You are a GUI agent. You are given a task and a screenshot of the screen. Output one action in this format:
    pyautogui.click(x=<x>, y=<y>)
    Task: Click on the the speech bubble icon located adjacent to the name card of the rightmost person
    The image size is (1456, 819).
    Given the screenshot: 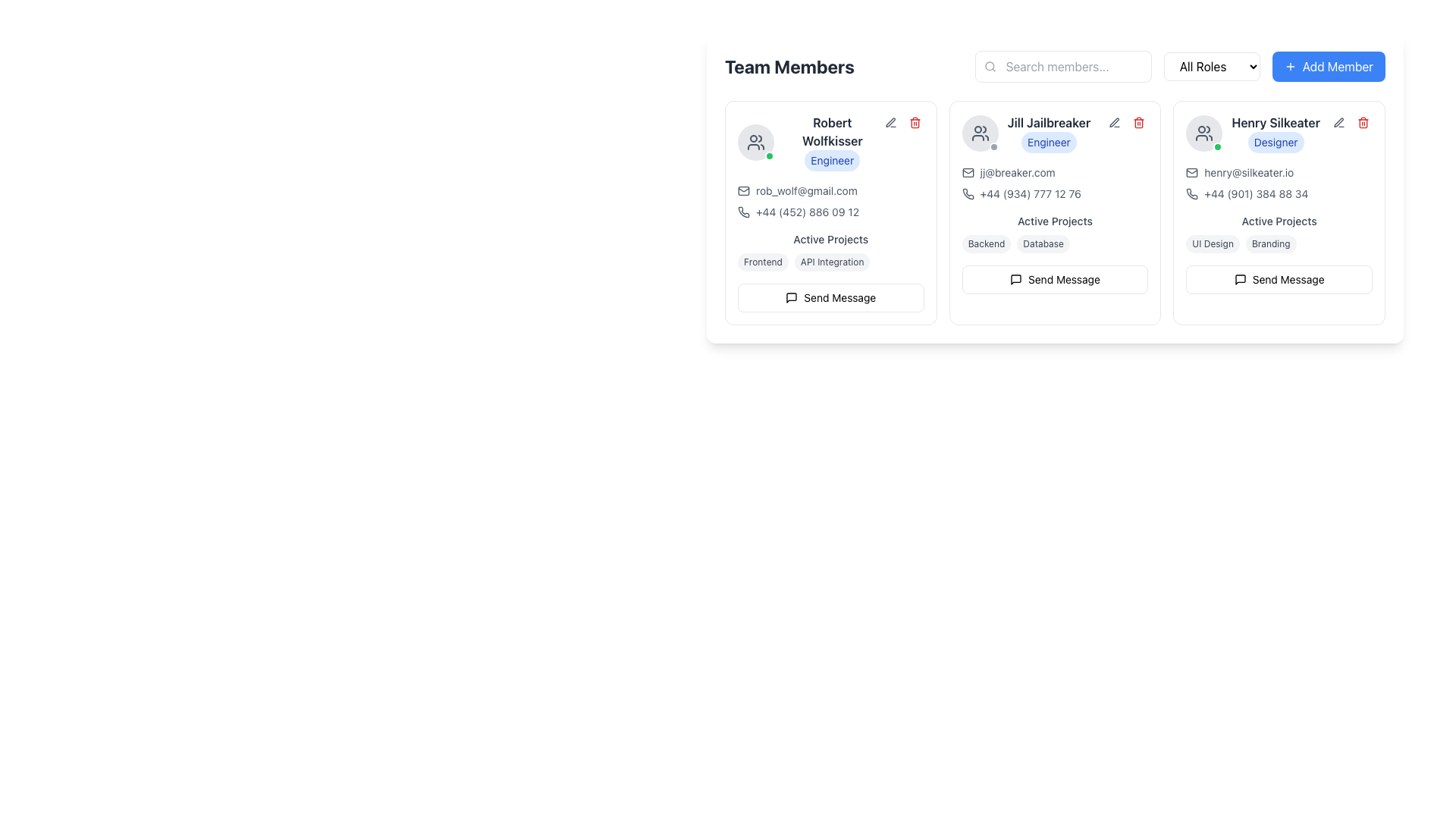 What is the action you would take?
    pyautogui.click(x=791, y=298)
    